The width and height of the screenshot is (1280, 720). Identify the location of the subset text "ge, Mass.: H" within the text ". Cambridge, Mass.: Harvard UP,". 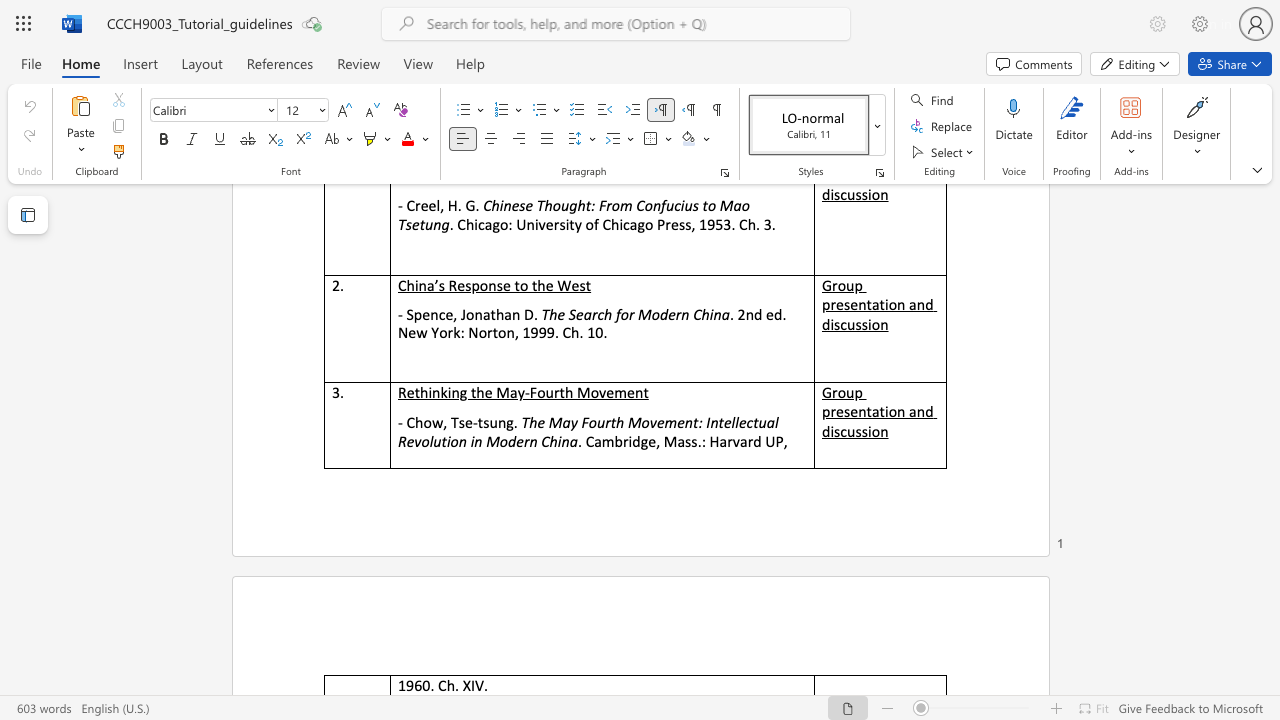
(640, 440).